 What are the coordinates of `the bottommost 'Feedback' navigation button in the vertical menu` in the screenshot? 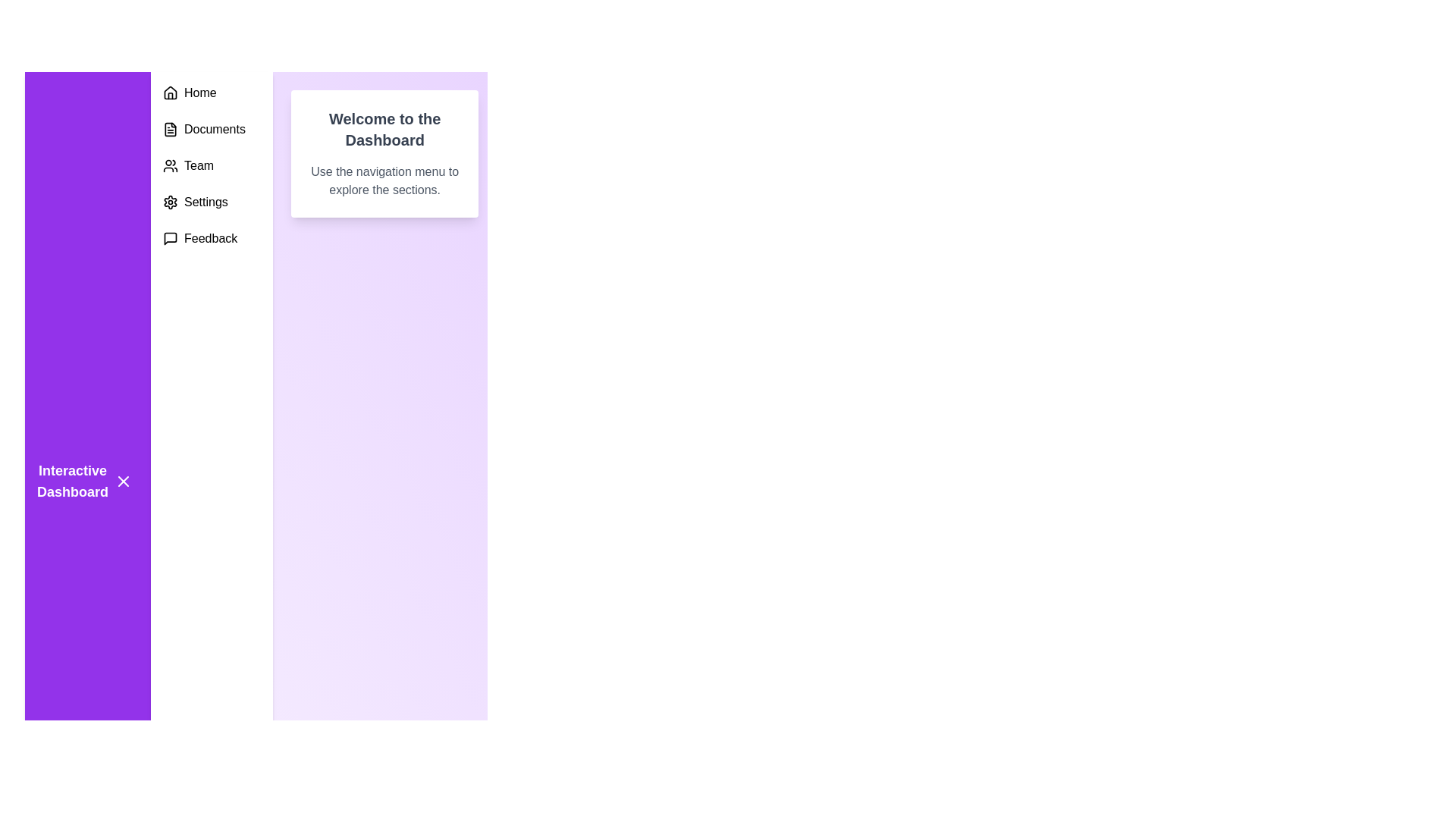 It's located at (211, 239).